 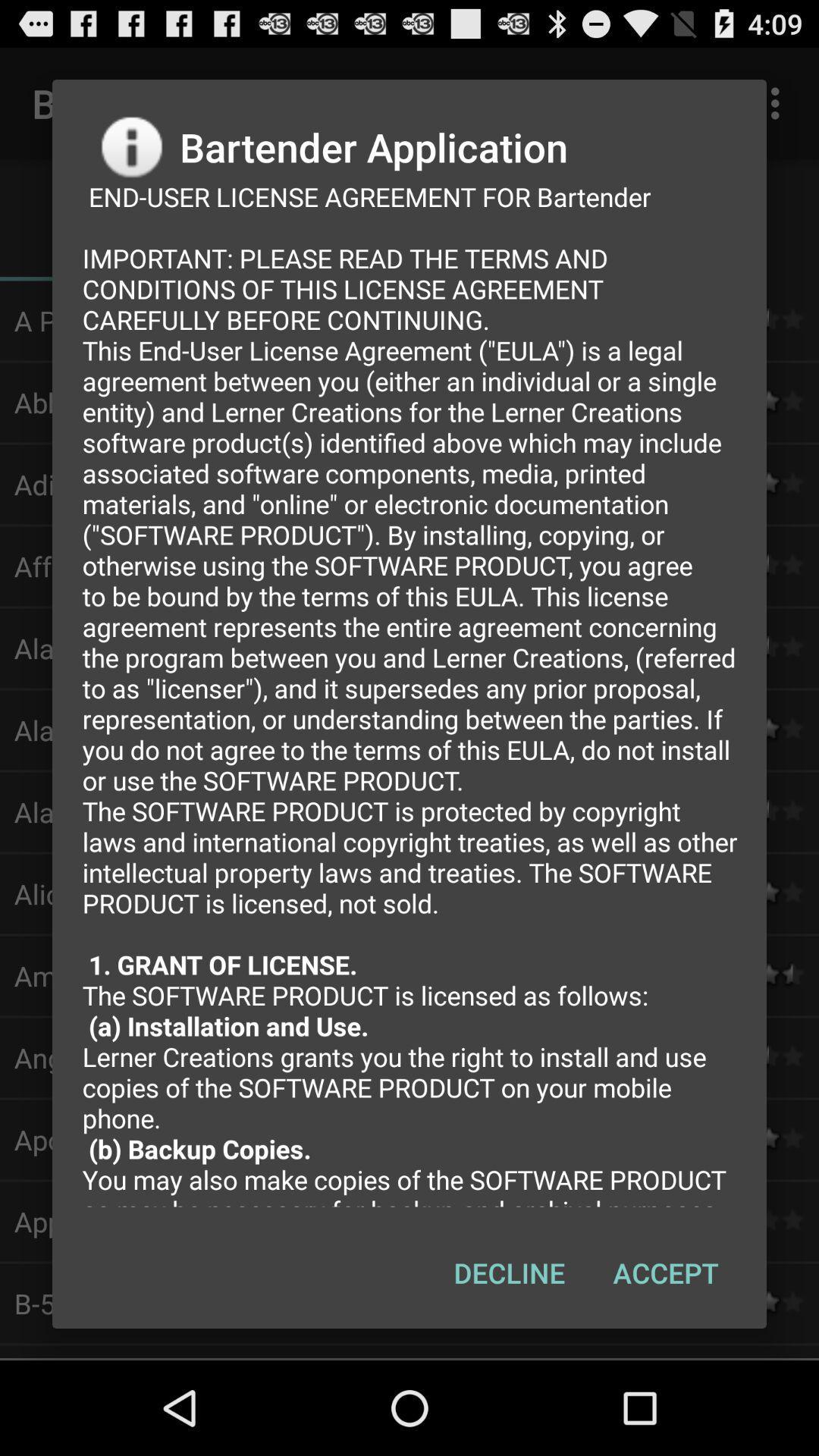 What do you see at coordinates (665, 1272) in the screenshot?
I see `the item below the end user license` at bounding box center [665, 1272].